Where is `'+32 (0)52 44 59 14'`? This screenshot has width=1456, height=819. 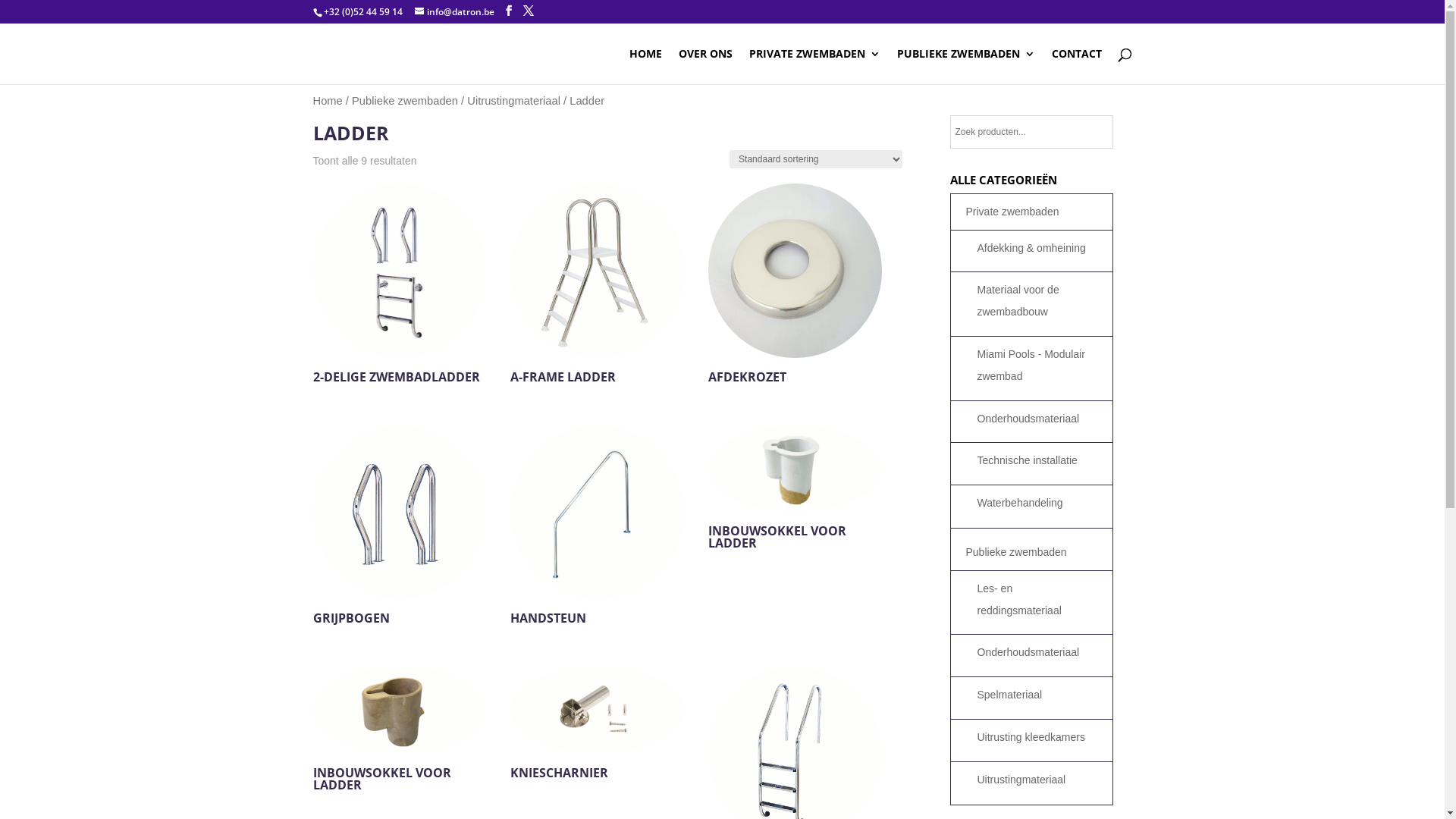 '+32 (0)52 44 59 14' is located at coordinates (362, 11).